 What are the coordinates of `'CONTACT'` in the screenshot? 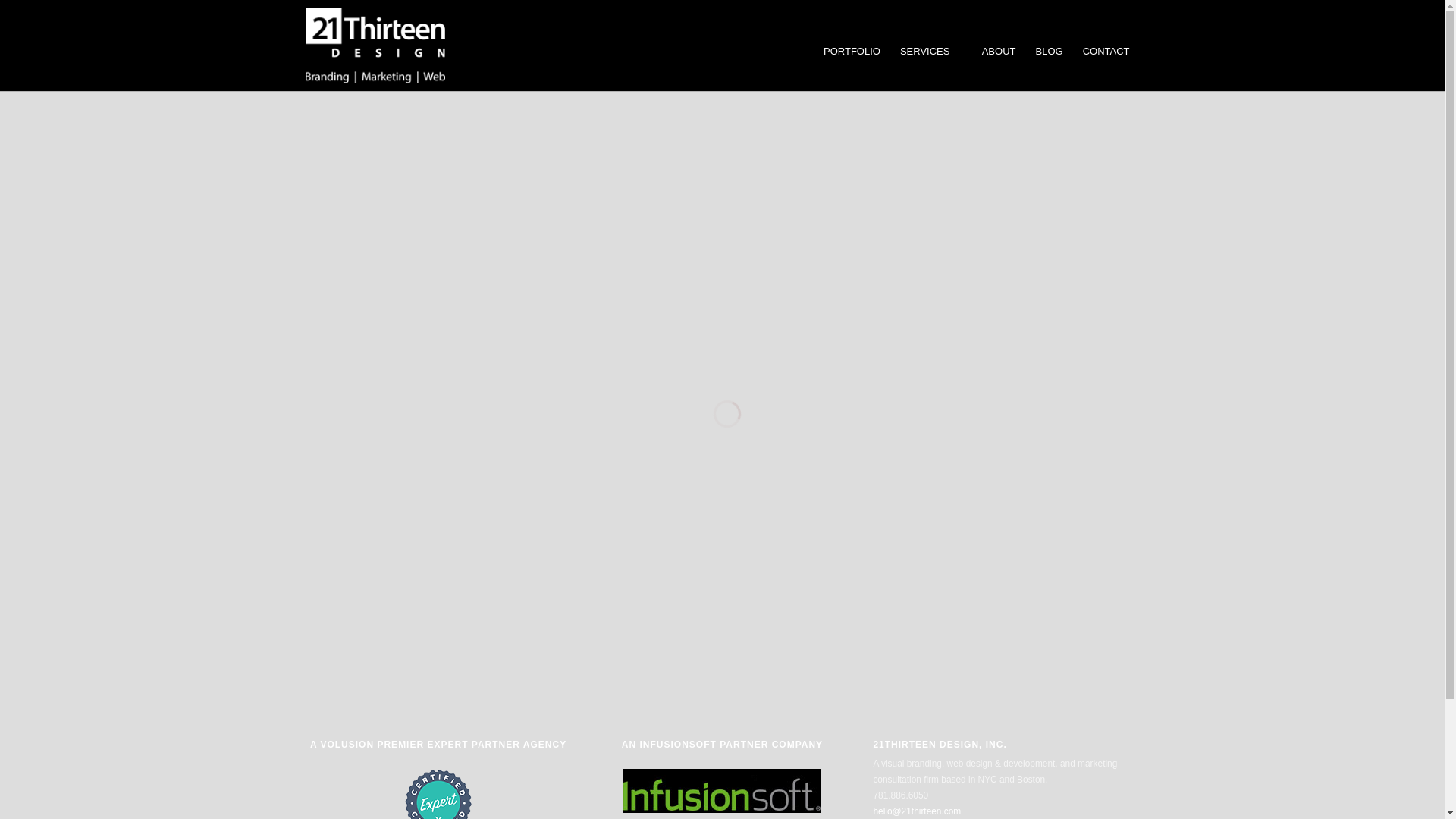 It's located at (1072, 51).